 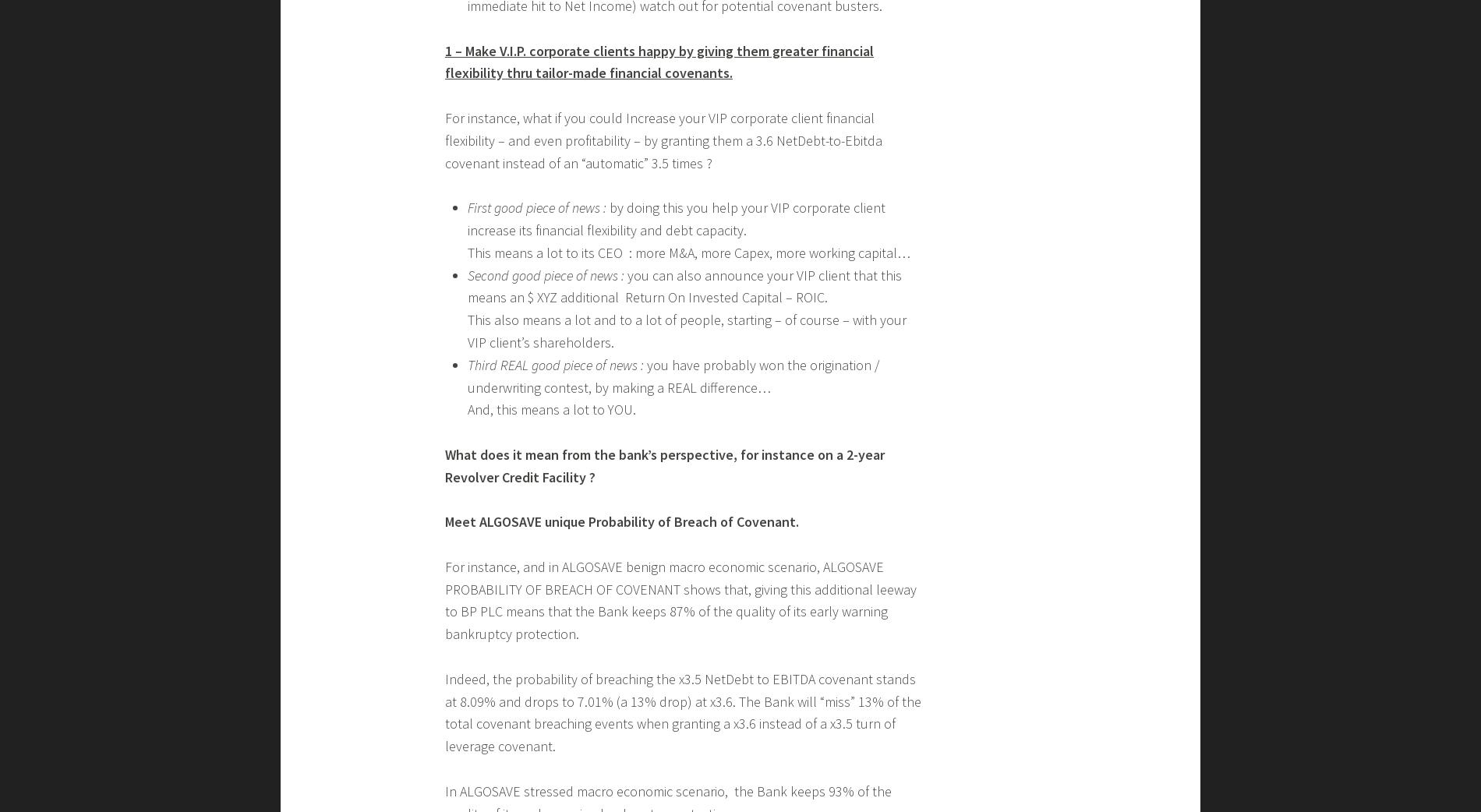 I want to click on 'ALGOSAVE unique PROBABILITY OF BREACH OF COVENANT, it is now EASY to :', so click(x=679, y=527).